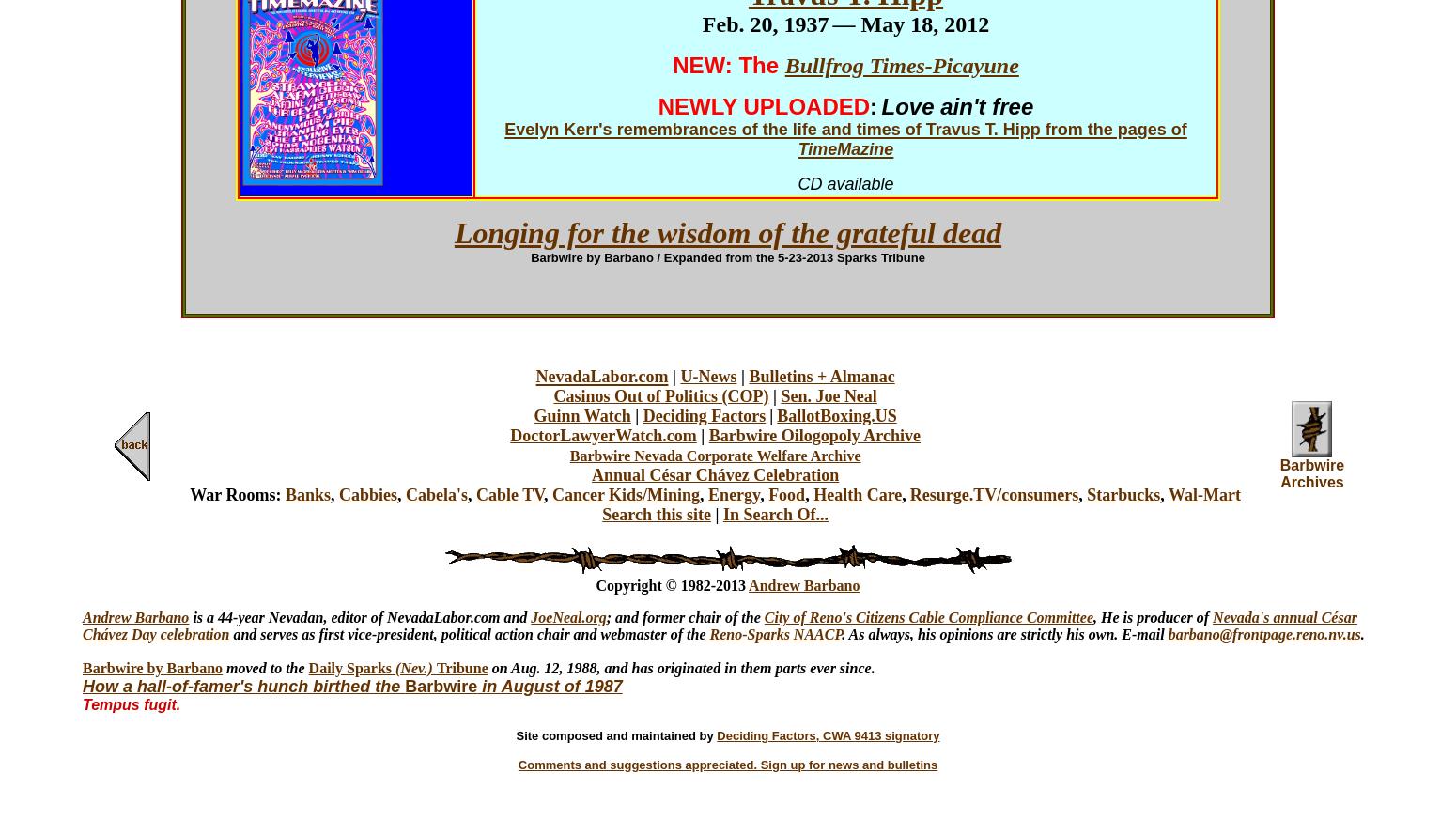 The image size is (1456, 819). What do you see at coordinates (567, 616) in the screenshot?
I see `'JoeNeal.org'` at bounding box center [567, 616].